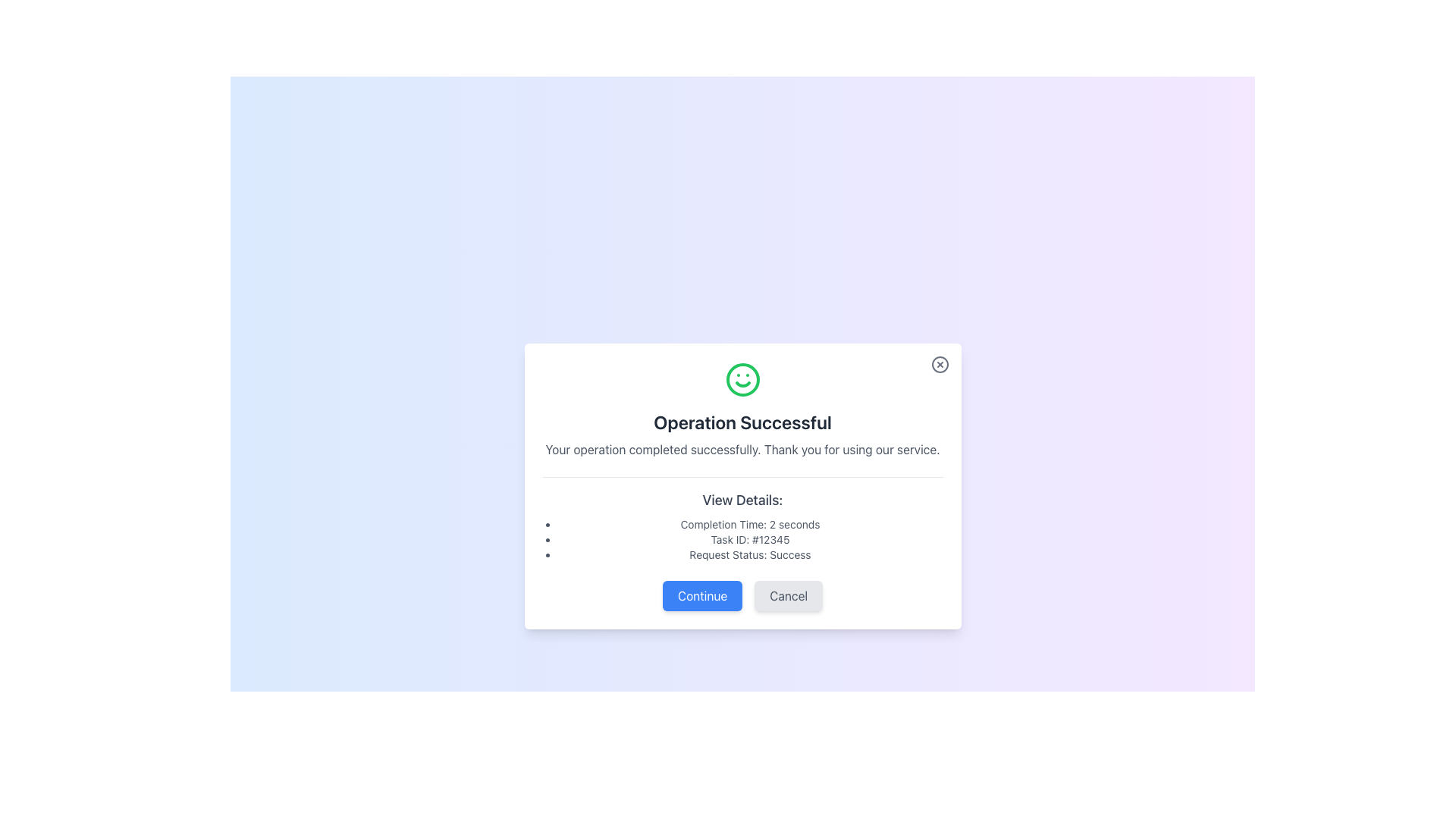 This screenshot has width=1456, height=819. What do you see at coordinates (750, 554) in the screenshot?
I see `the success status text element located beneath 'Task ID: #12345' in the bullet-pointed list under the title 'View Details'` at bounding box center [750, 554].